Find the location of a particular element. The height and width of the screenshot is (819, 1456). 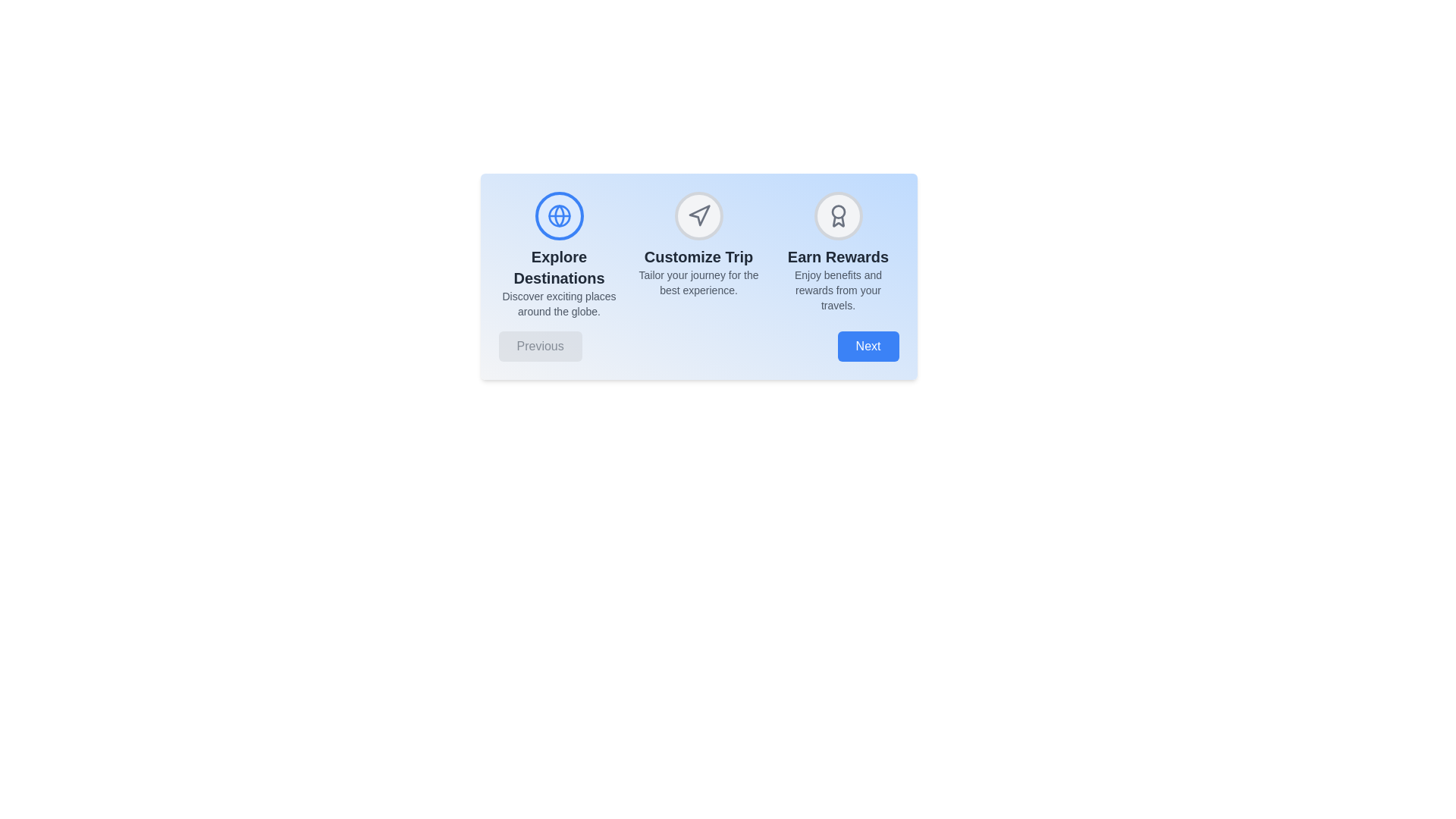

the icon representing the Explore Destinations step to activate it is located at coordinates (558, 216).